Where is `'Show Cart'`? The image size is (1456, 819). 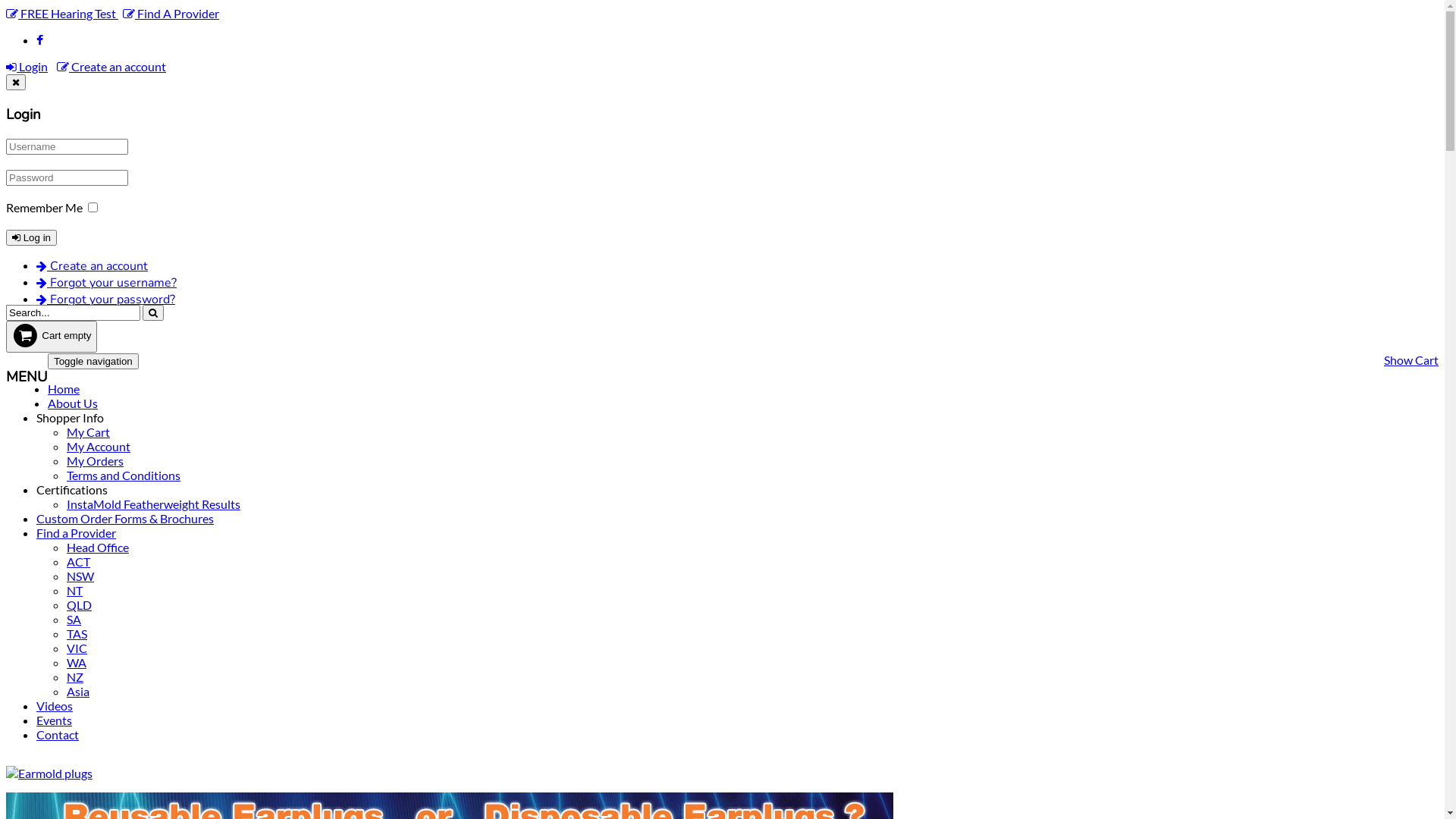 'Show Cart' is located at coordinates (1410, 359).